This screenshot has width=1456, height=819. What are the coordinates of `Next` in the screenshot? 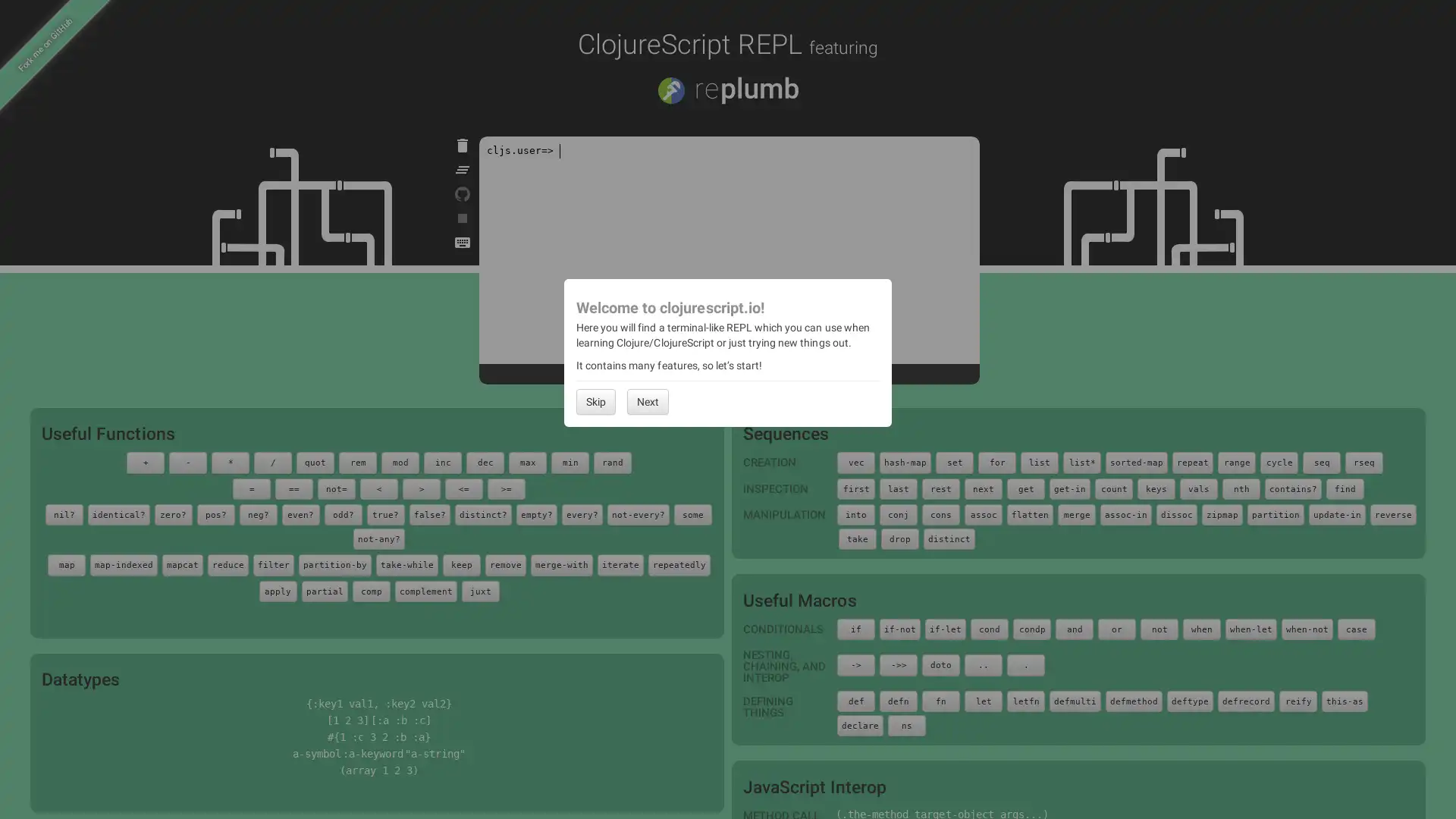 It's located at (648, 400).